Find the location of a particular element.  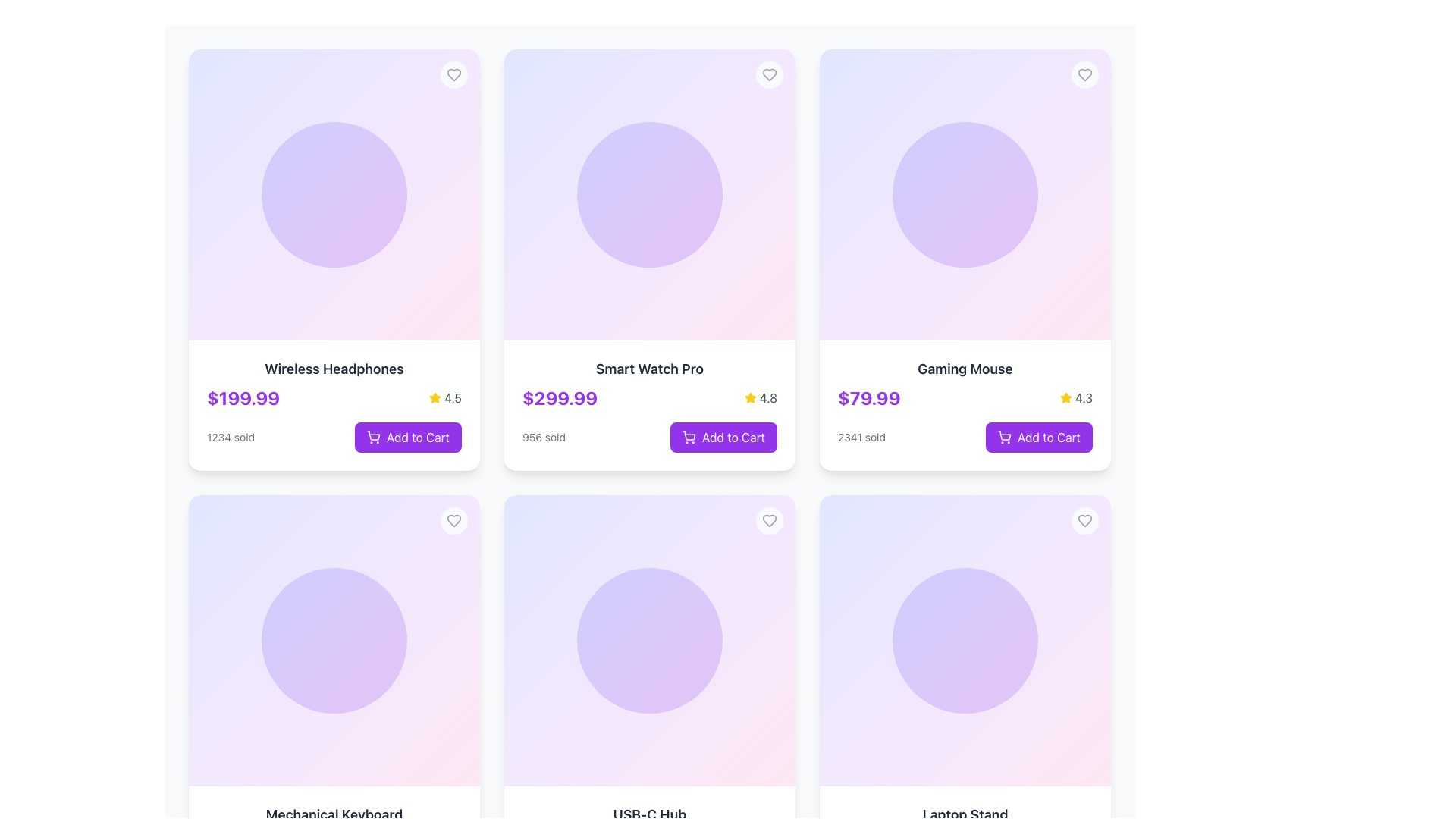

text label that indicates the popularity or sales volume of the 'Smart Watch Pro' product, located at the bottom left of the card, near the price and rating is located at coordinates (544, 438).